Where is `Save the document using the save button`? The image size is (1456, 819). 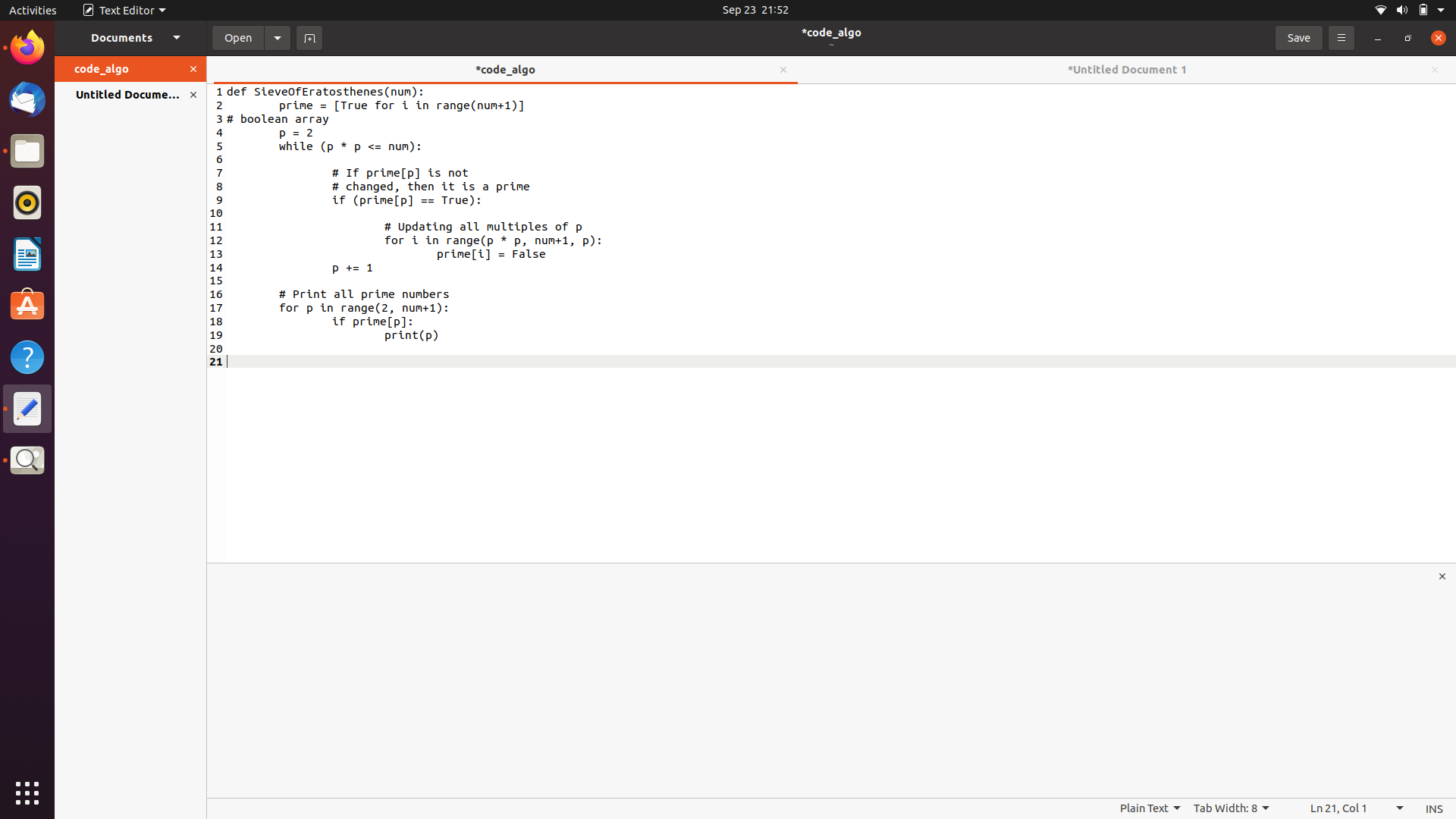
Save the document using the save button is located at coordinates (1298, 36).